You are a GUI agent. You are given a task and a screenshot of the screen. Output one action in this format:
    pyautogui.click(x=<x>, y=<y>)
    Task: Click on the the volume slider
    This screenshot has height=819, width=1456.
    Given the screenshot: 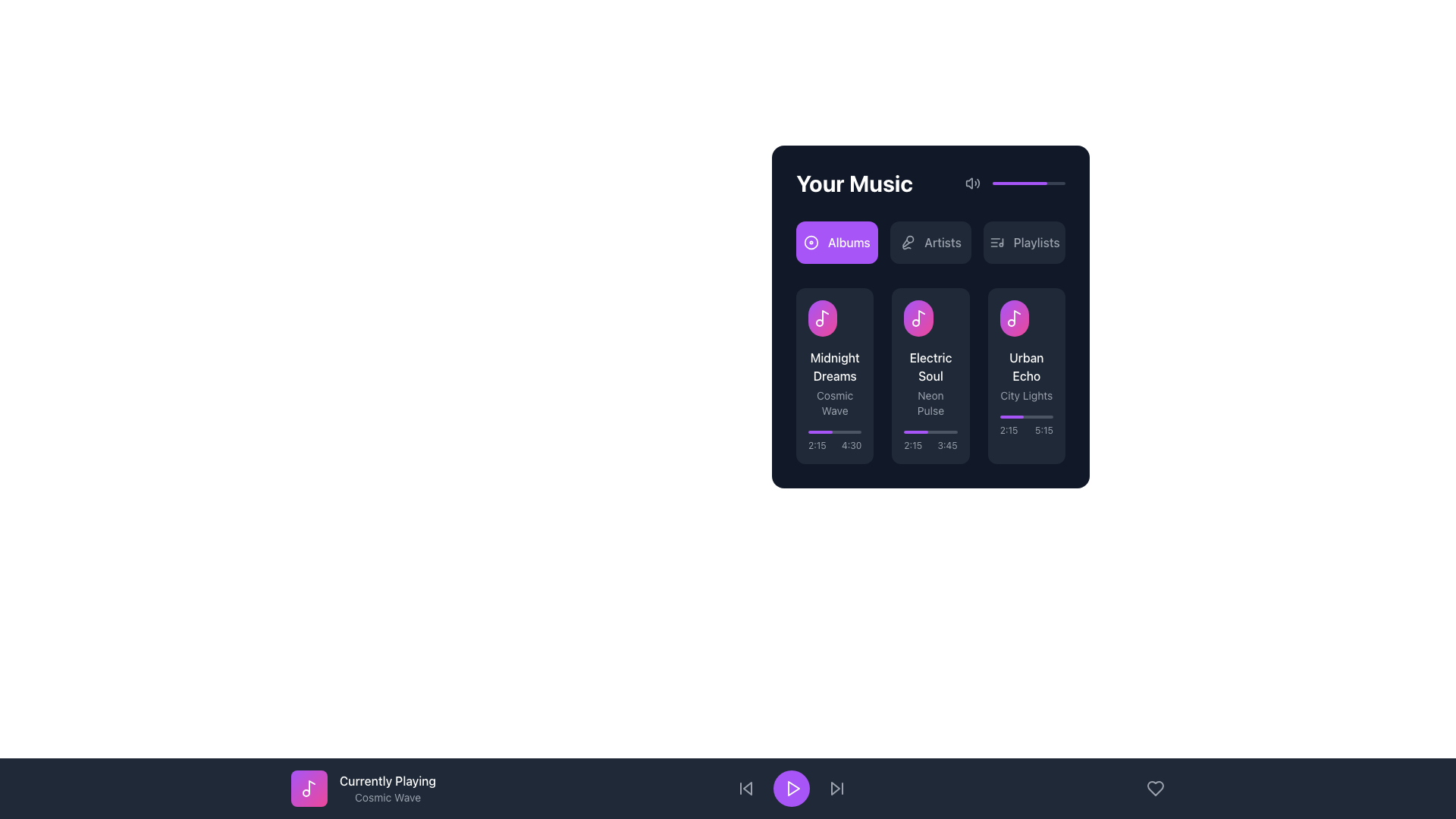 What is the action you would take?
    pyautogui.click(x=999, y=183)
    